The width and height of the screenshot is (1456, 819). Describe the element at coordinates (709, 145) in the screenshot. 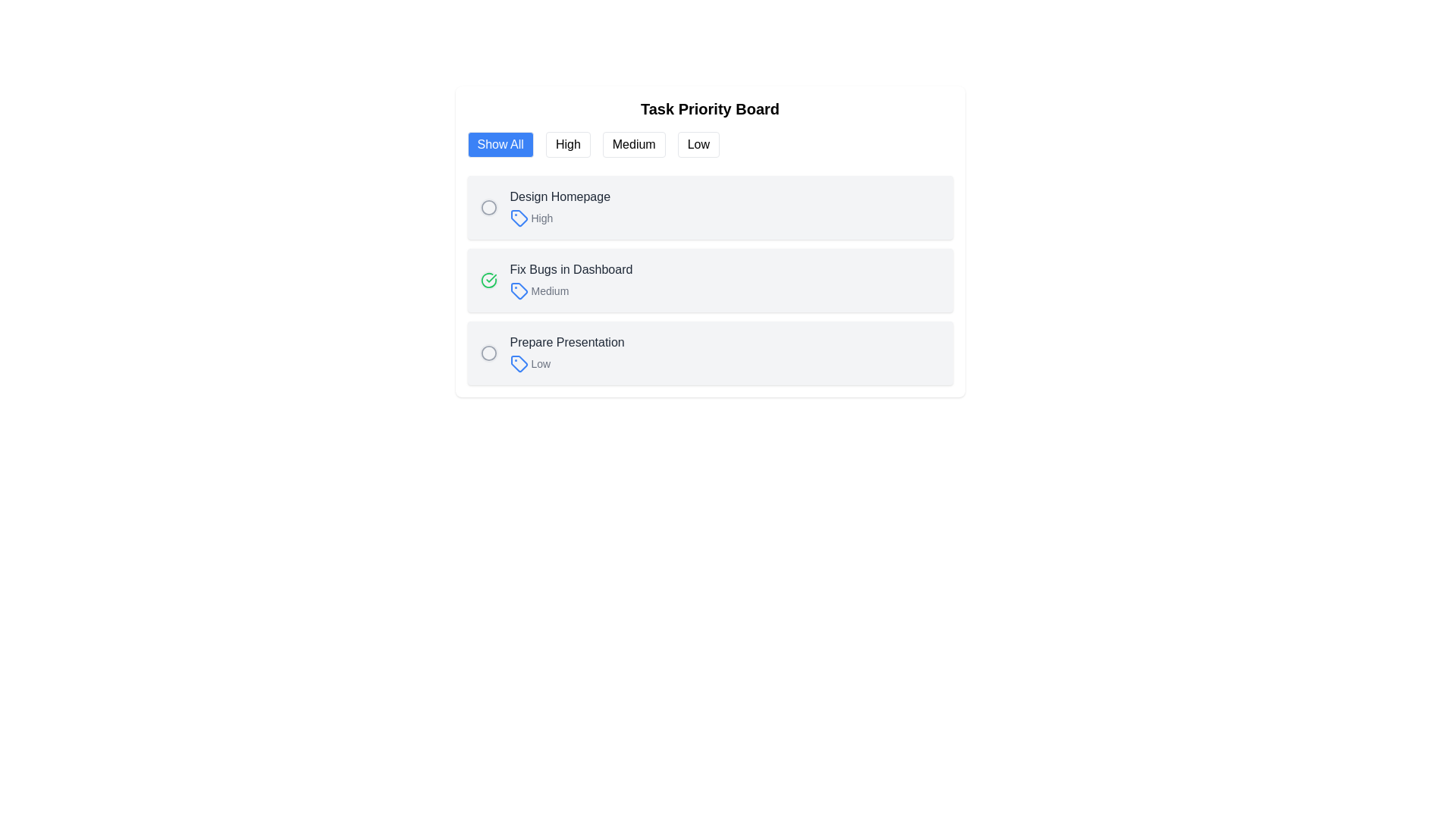

I see `the group of interactive buttons labeled 'Show All', 'High', 'Medium', and 'Low'` at that location.